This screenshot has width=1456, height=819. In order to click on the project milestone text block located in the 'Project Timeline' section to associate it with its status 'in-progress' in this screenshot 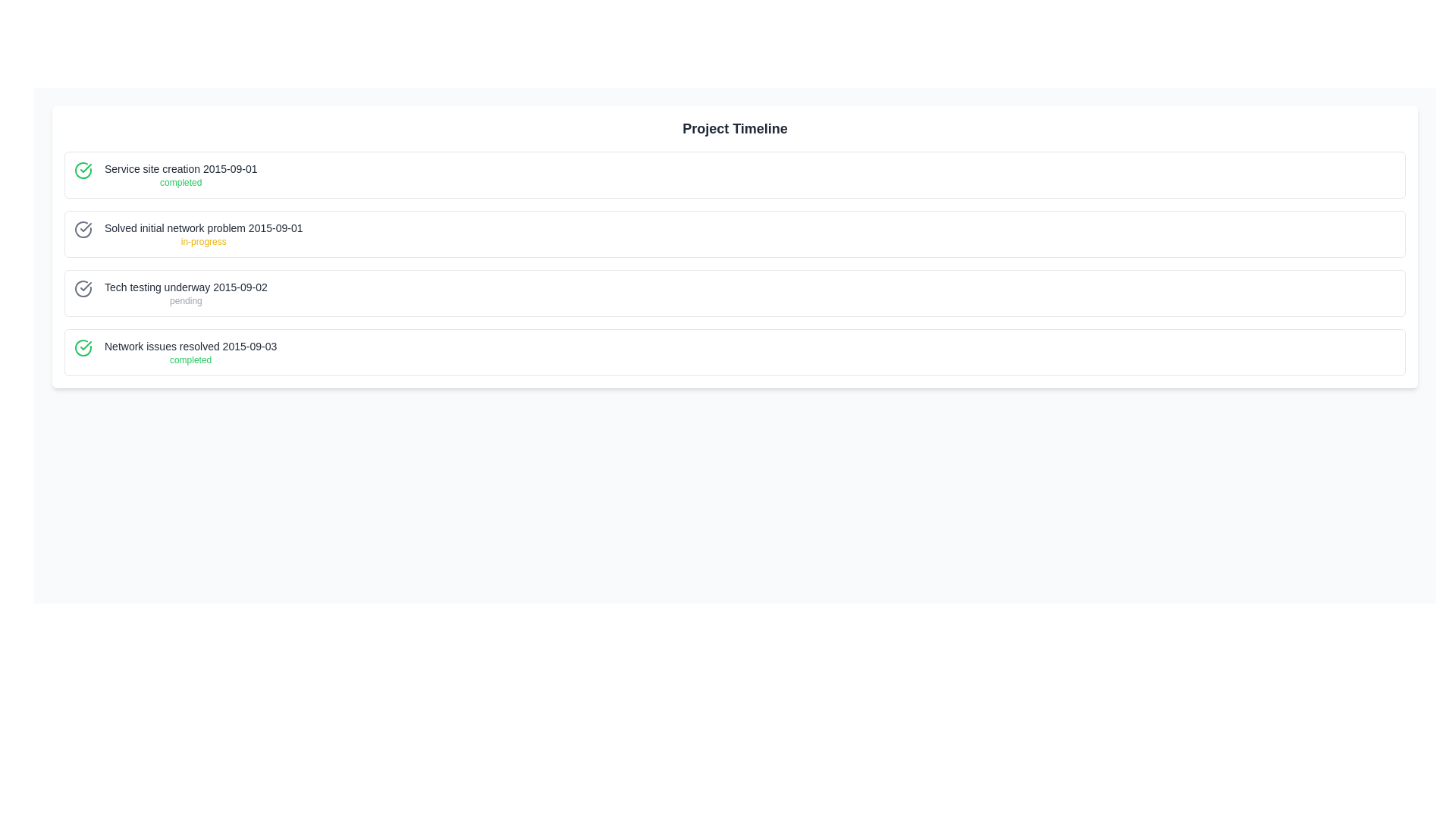, I will do `click(202, 234)`.